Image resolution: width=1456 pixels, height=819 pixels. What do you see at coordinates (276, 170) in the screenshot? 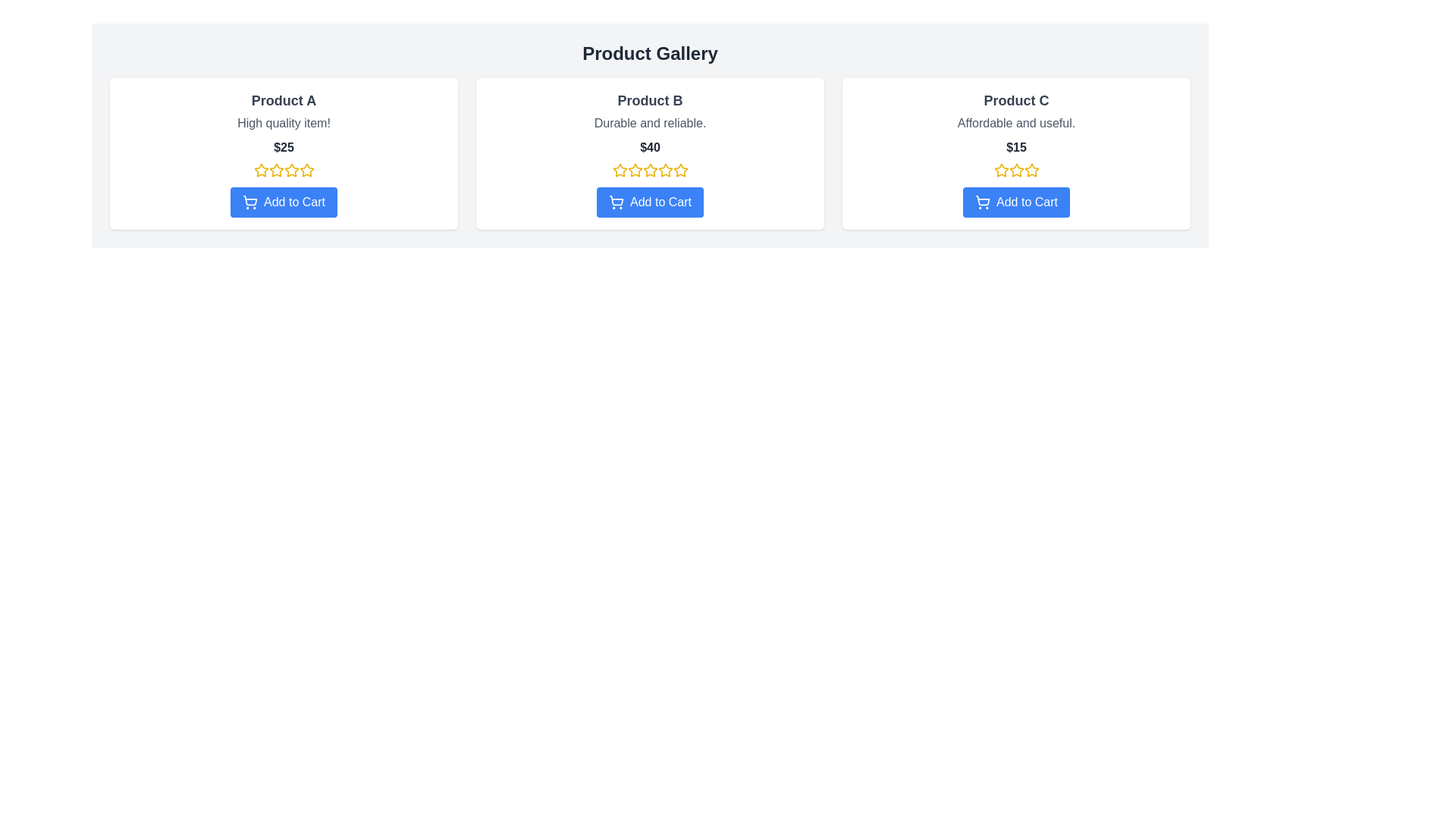
I see `the second yellow, hollow five-pointed star icon in the rating group for 'Product A' to provide a 2-star rating` at bounding box center [276, 170].